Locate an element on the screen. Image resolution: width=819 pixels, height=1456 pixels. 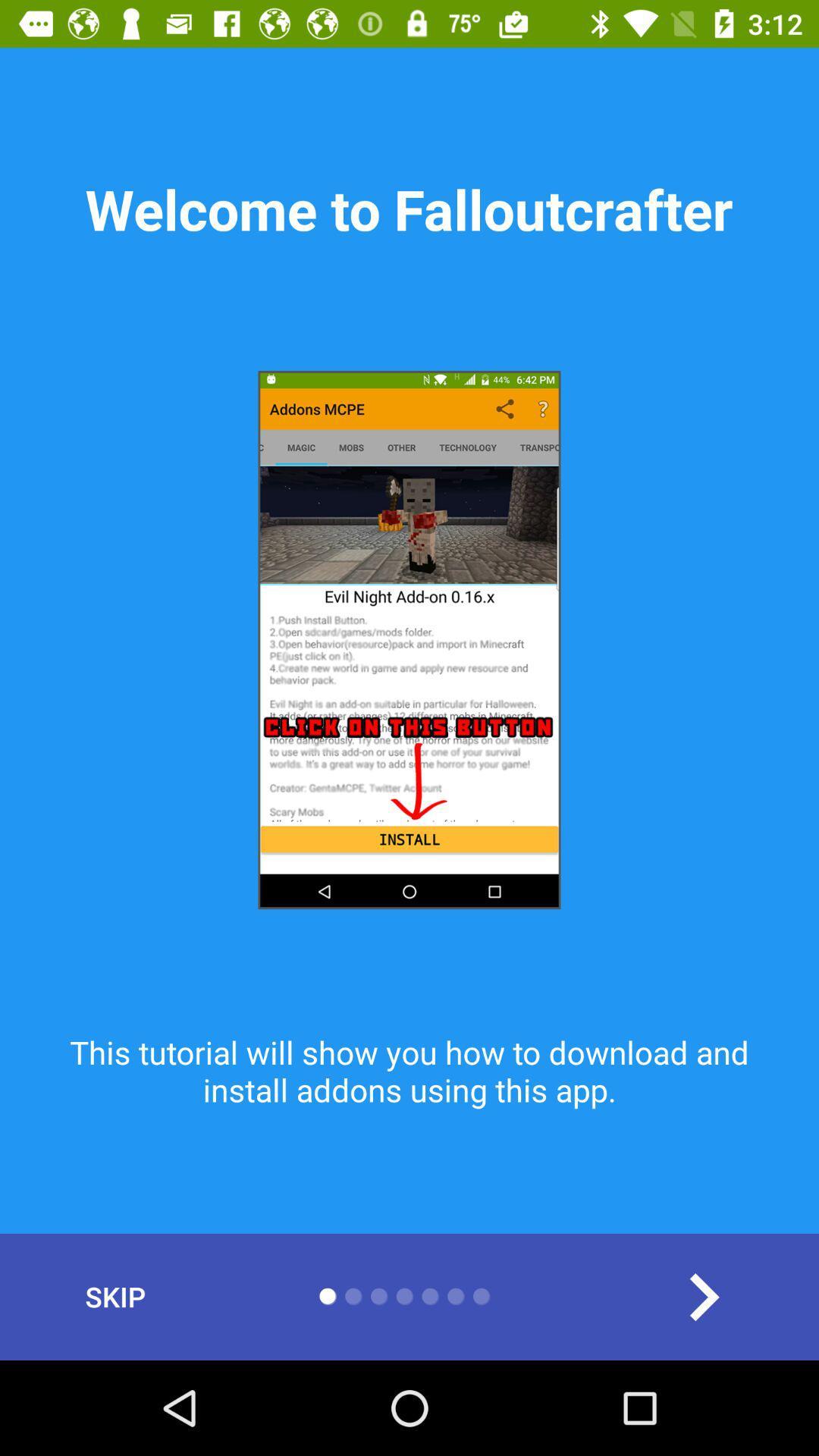
skip item is located at coordinates (115, 1296).